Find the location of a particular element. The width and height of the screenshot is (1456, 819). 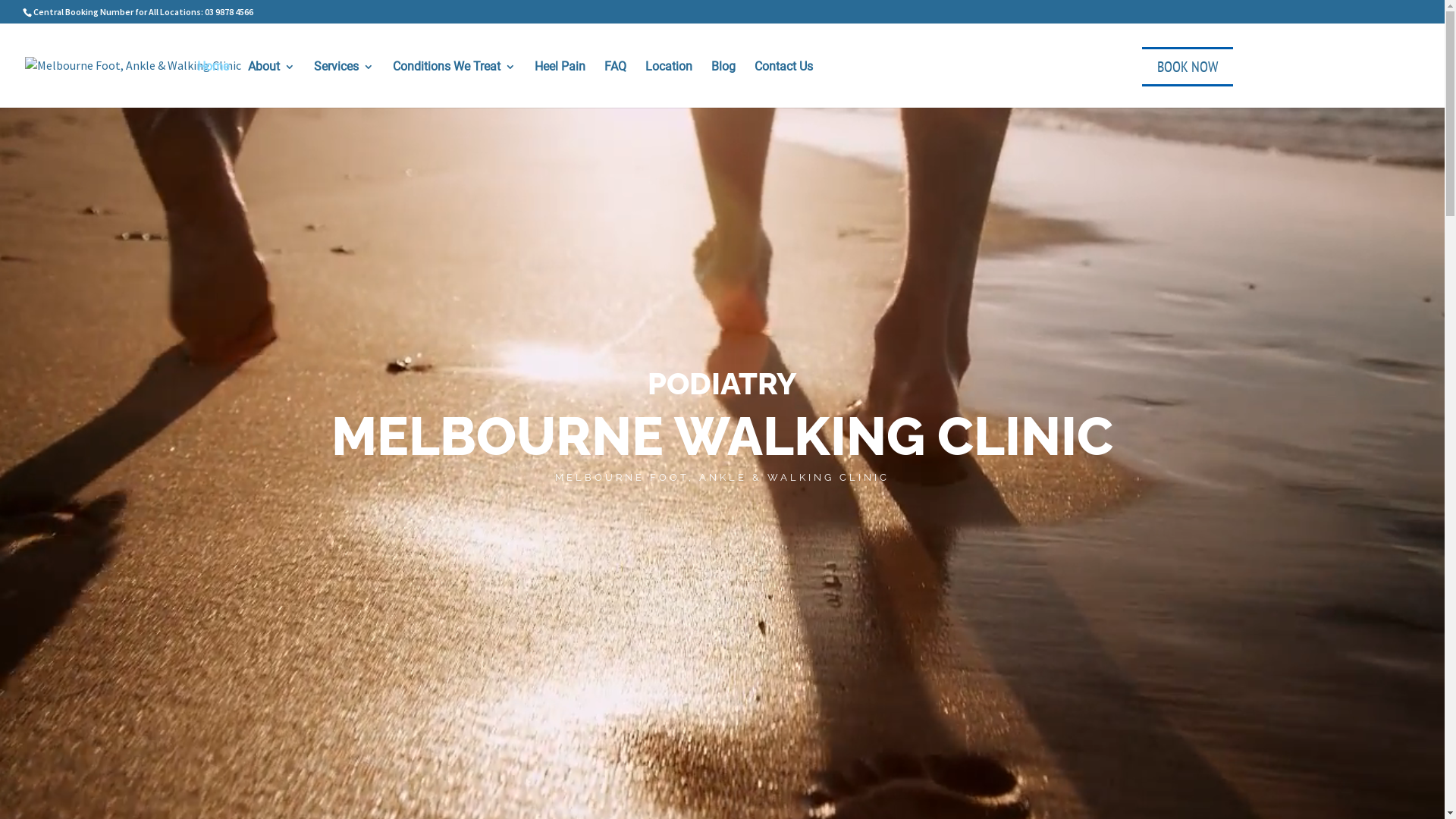

'Heel Pain' is located at coordinates (535, 82).